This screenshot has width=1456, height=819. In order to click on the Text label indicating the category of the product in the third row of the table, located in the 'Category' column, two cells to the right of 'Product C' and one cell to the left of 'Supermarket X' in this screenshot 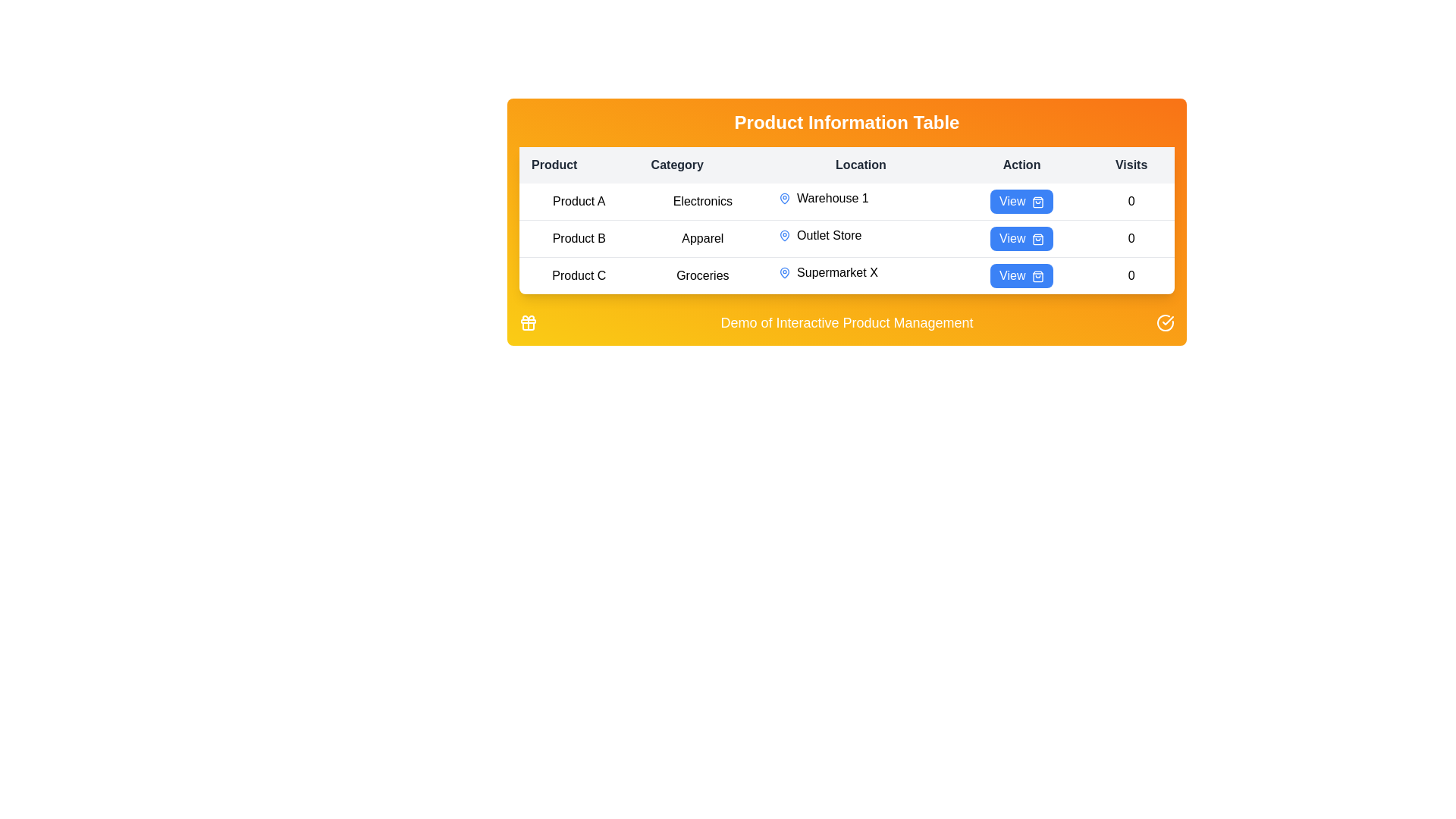, I will do `click(701, 275)`.